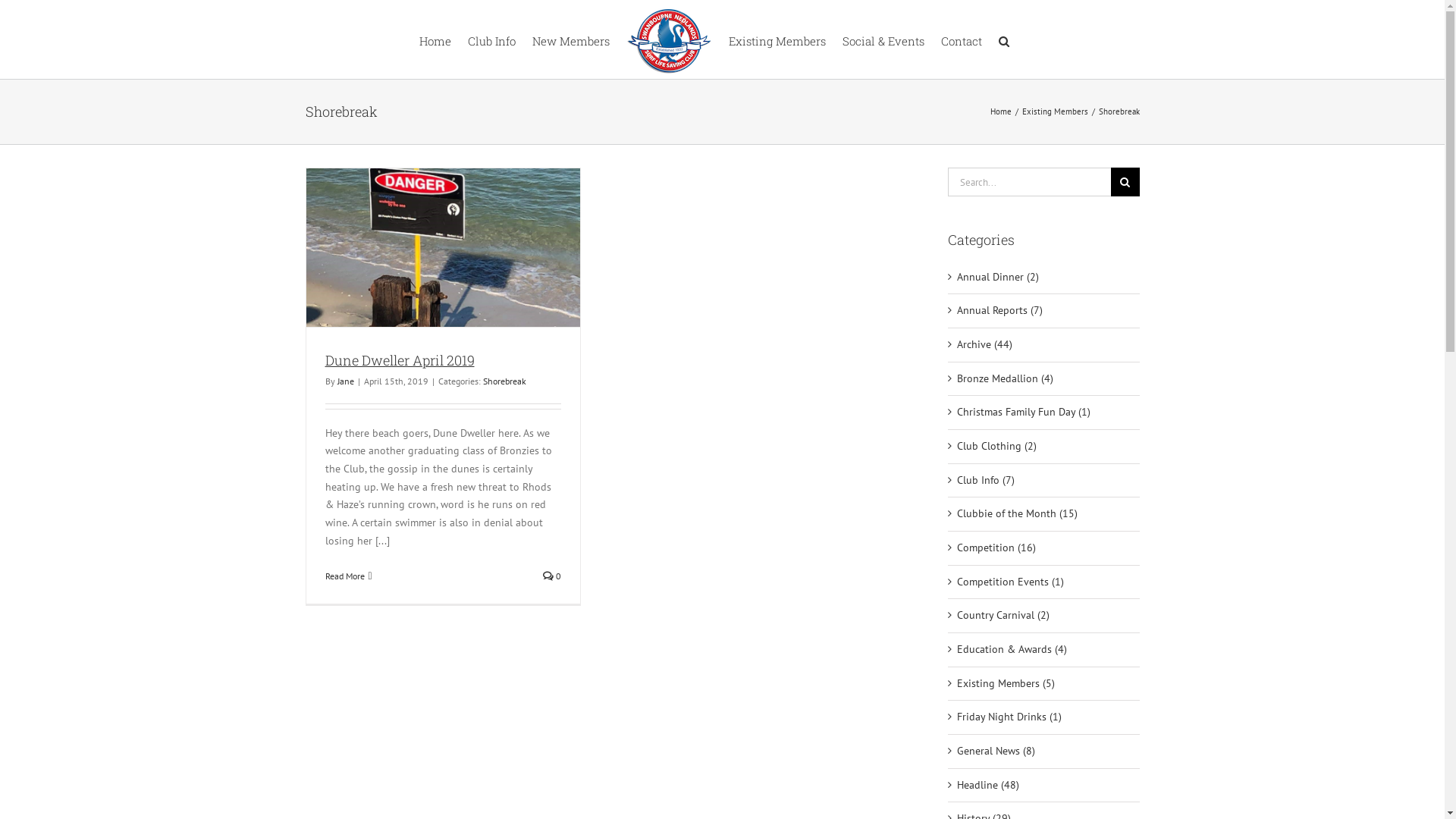 Image resolution: width=1456 pixels, height=819 pixels. What do you see at coordinates (1043, 378) in the screenshot?
I see `'Bronze Medallion (4)'` at bounding box center [1043, 378].